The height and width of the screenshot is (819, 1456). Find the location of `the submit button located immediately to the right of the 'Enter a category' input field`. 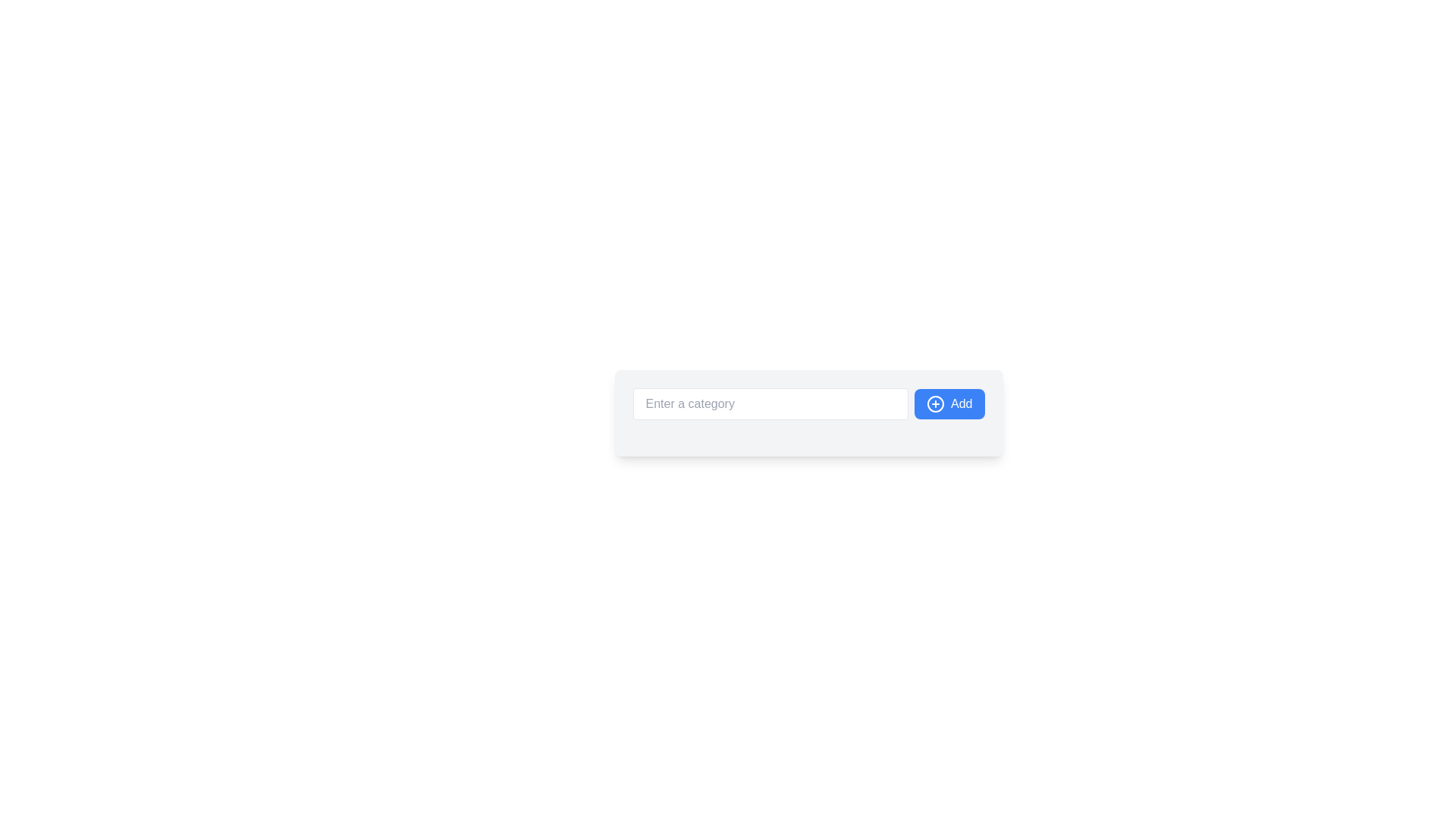

the submit button located immediately to the right of the 'Enter a category' input field is located at coordinates (949, 403).